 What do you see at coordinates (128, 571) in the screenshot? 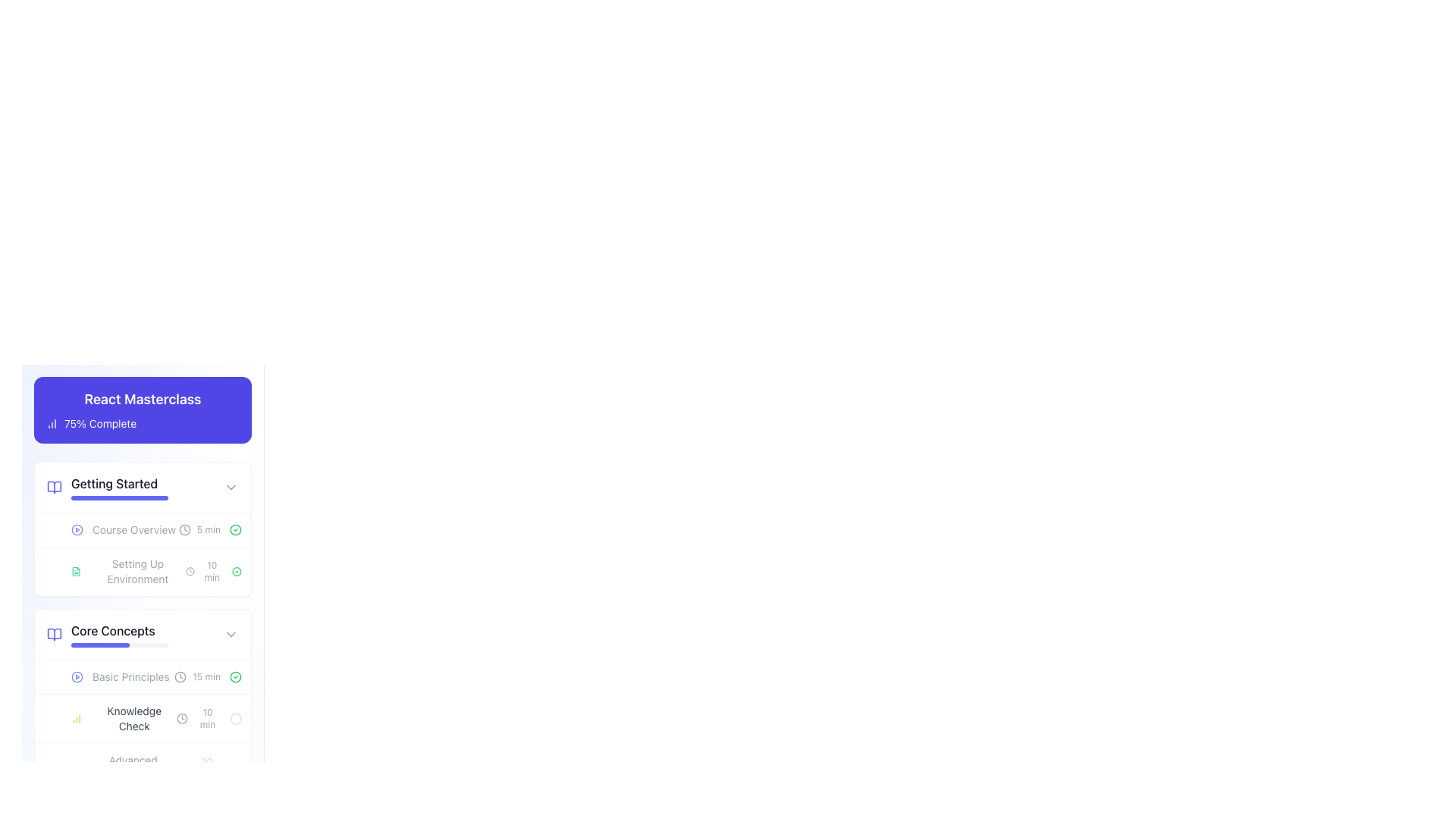
I see `the 'Setting Up Environment' text label with icon` at bounding box center [128, 571].